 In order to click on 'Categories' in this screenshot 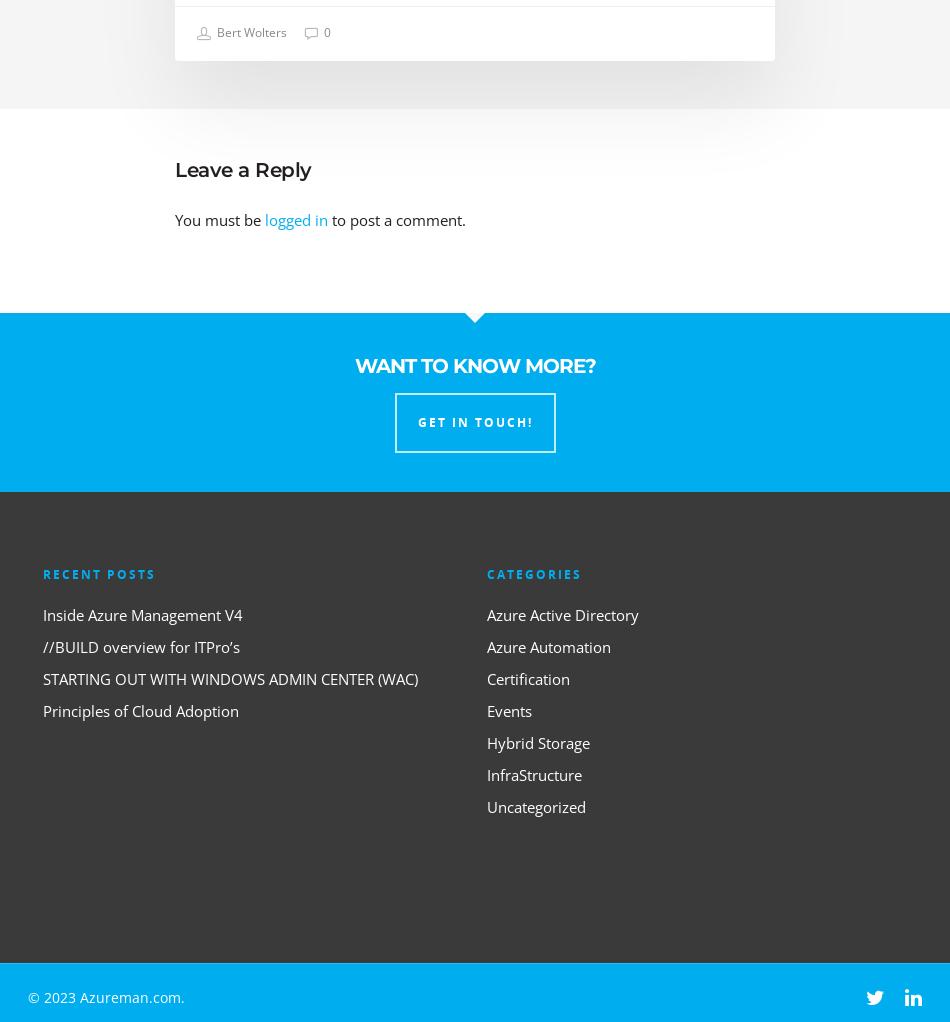, I will do `click(534, 573)`.